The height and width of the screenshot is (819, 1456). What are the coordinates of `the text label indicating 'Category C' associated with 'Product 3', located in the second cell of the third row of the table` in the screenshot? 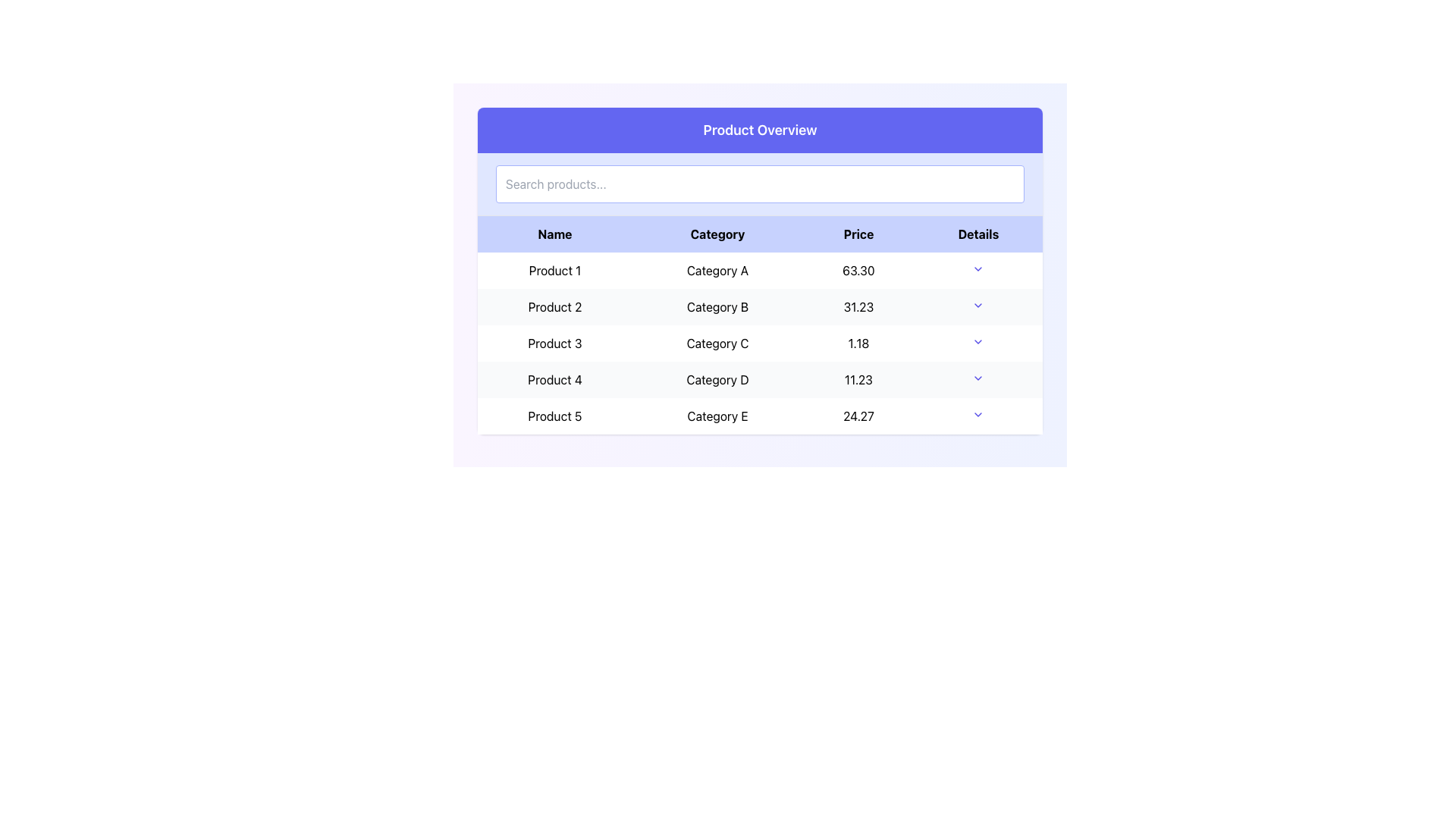 It's located at (717, 343).